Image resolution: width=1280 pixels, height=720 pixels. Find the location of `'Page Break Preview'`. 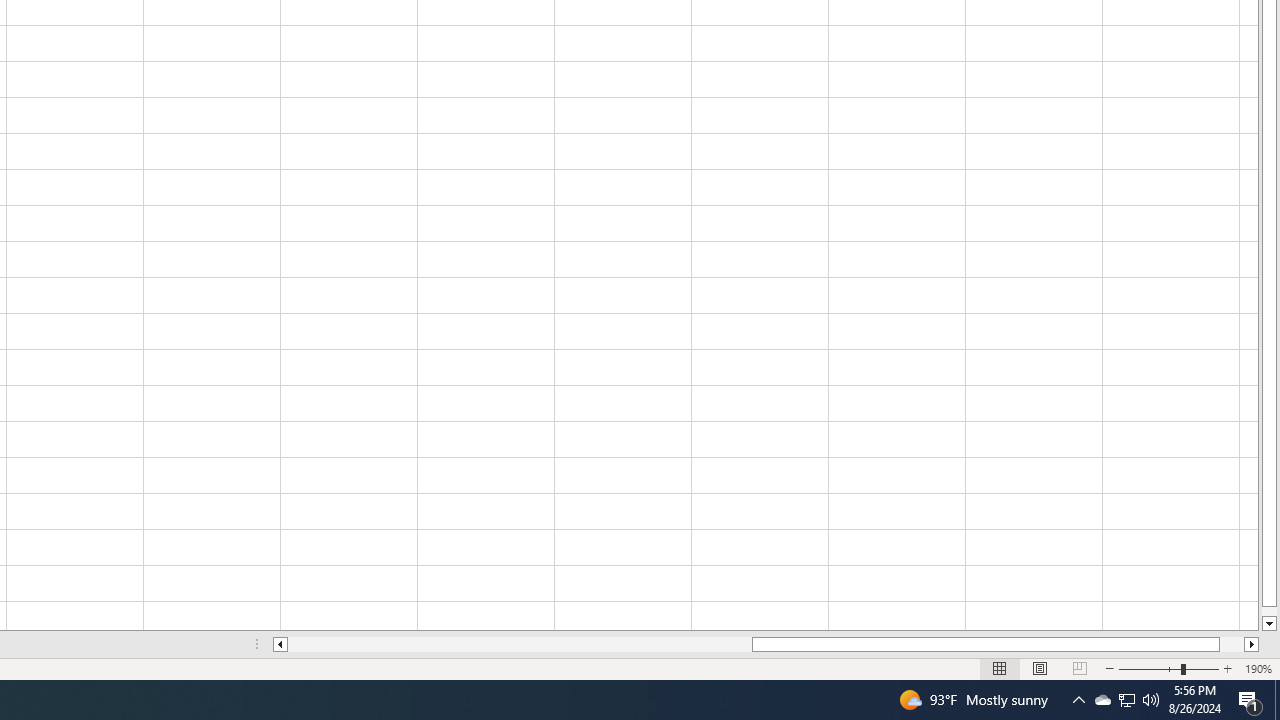

'Page Break Preview' is located at coordinates (1078, 669).